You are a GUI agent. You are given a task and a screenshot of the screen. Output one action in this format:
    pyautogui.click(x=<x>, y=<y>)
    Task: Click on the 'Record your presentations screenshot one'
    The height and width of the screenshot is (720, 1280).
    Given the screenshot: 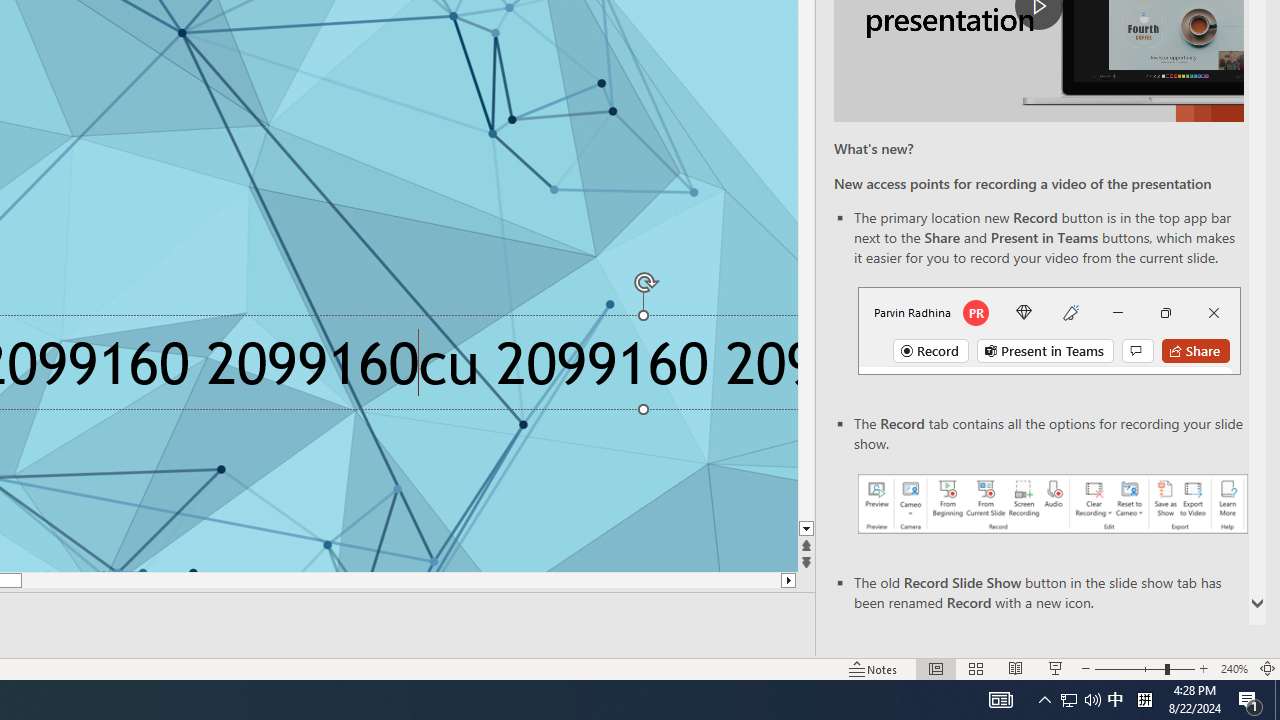 What is the action you would take?
    pyautogui.click(x=1051, y=502)
    